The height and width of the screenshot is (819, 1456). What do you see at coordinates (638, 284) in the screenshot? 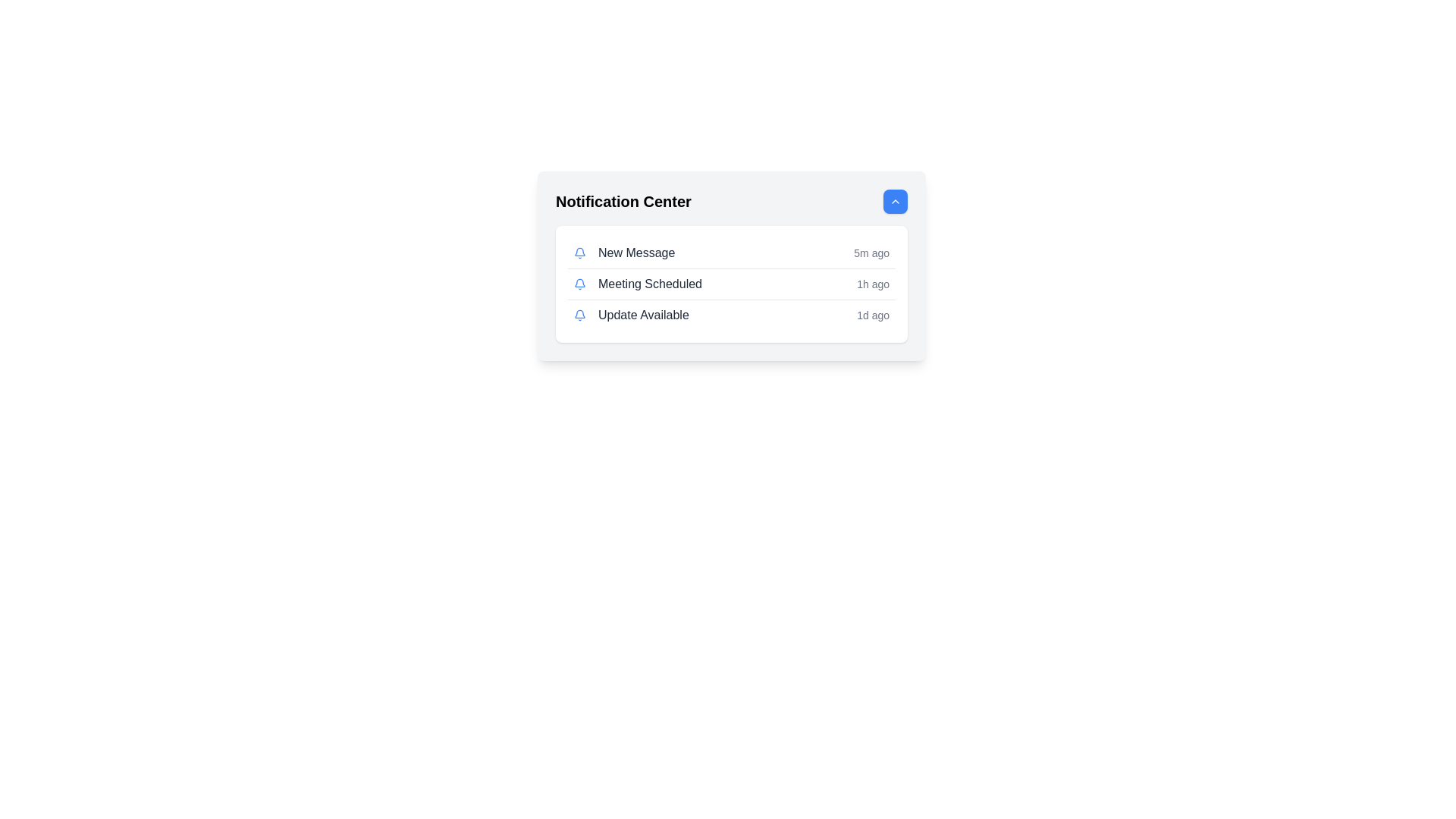
I see `the second notification item in the Notification Center panel` at bounding box center [638, 284].